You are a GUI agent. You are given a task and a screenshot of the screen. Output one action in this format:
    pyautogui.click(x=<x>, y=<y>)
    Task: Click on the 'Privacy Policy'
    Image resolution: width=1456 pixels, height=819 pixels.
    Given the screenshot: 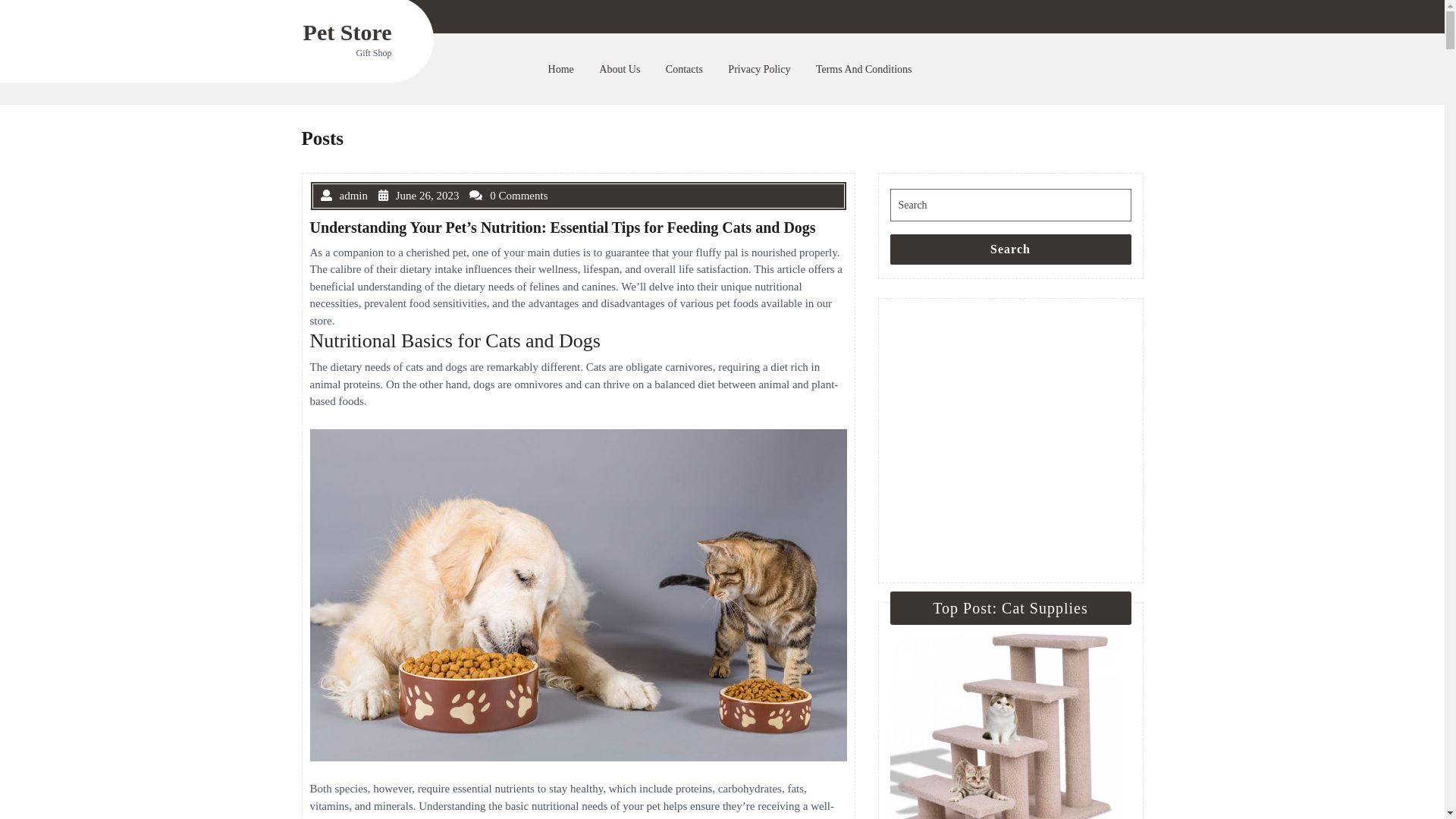 What is the action you would take?
    pyautogui.click(x=720, y=69)
    